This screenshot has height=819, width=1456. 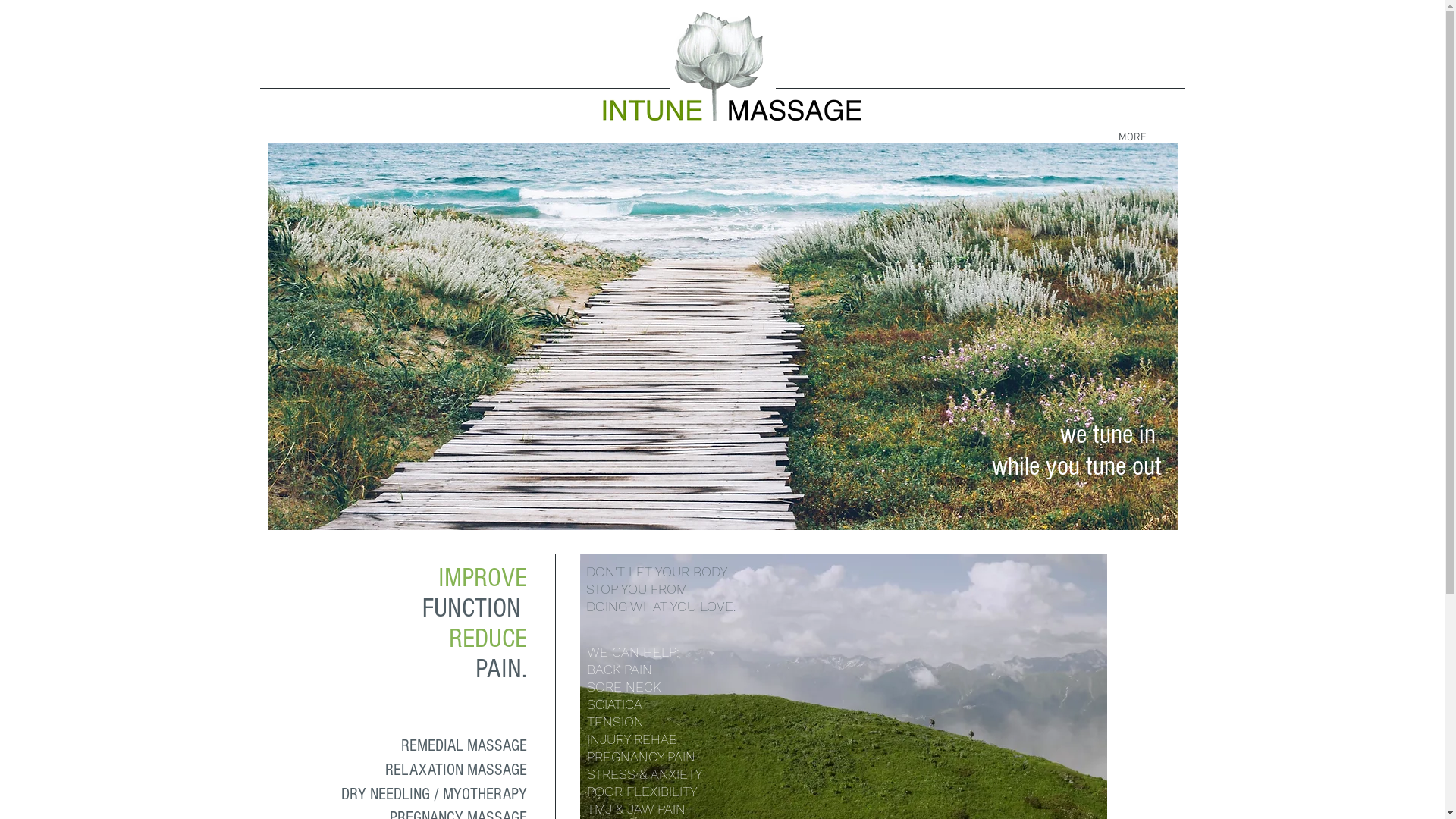 I want to click on 'IMPROVE, so click(x=469, y=623).